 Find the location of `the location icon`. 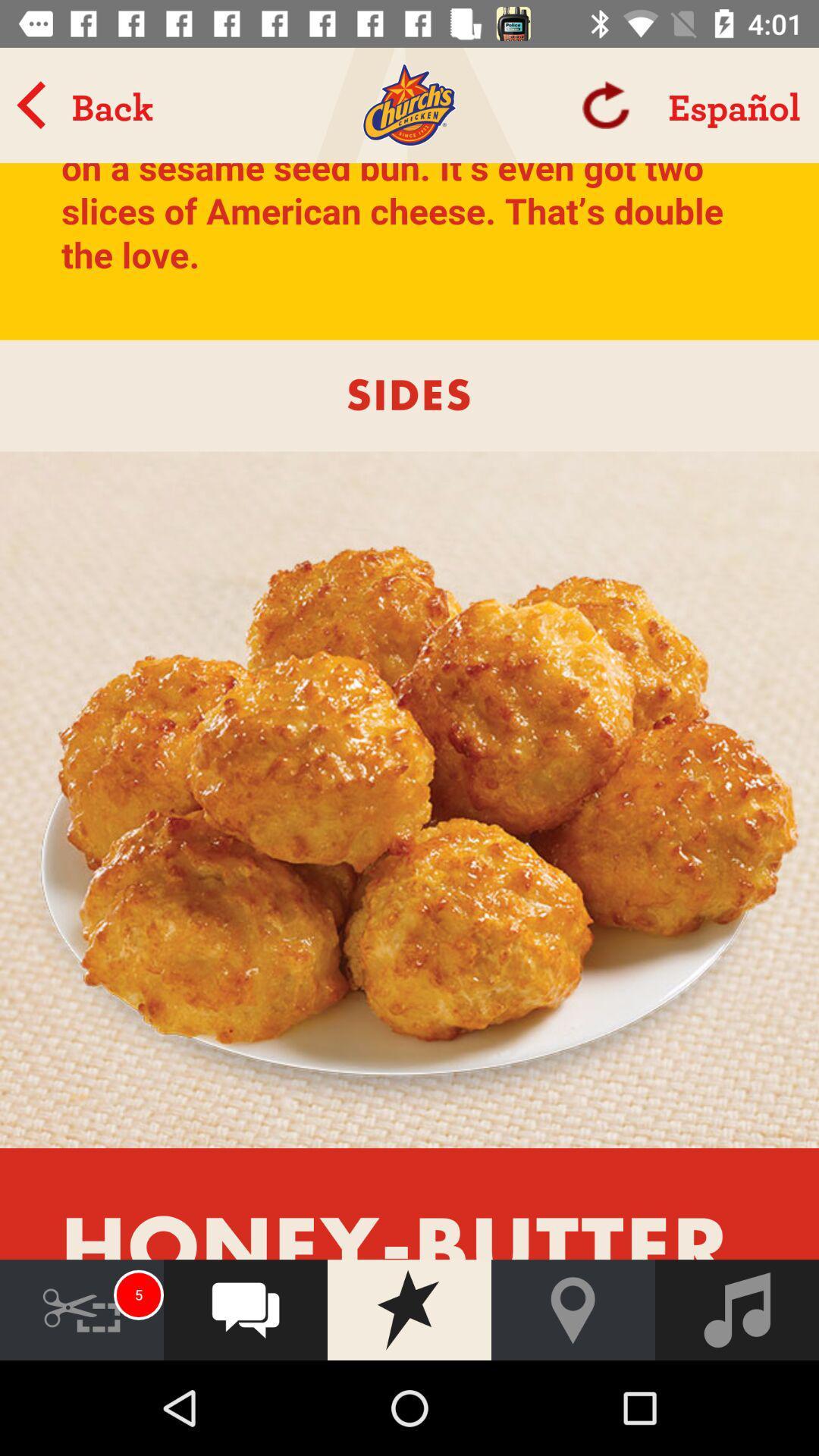

the location icon is located at coordinates (573, 1309).